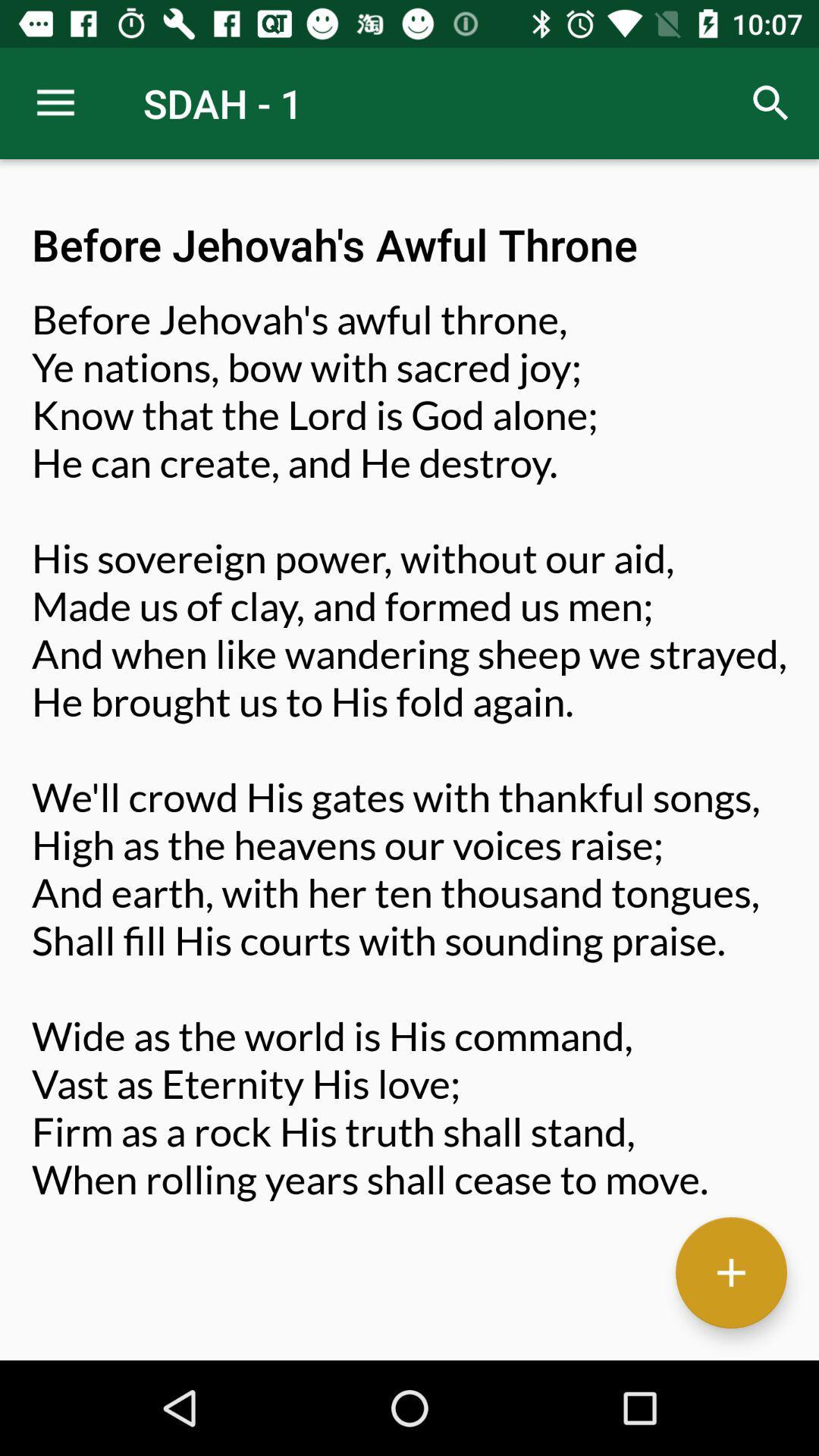 This screenshot has height=1456, width=819. What do you see at coordinates (730, 1272) in the screenshot?
I see `the item below before jehovah s item` at bounding box center [730, 1272].